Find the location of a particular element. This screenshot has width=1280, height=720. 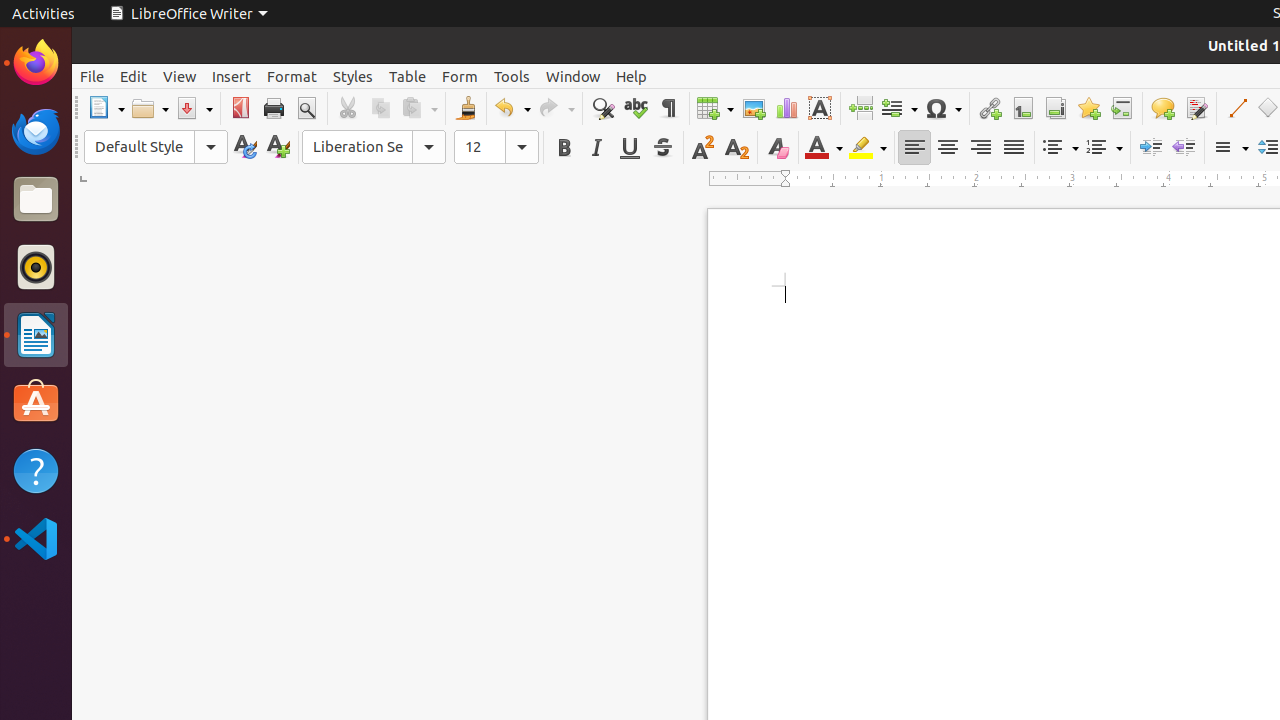

'Font Size' is located at coordinates (496, 146).